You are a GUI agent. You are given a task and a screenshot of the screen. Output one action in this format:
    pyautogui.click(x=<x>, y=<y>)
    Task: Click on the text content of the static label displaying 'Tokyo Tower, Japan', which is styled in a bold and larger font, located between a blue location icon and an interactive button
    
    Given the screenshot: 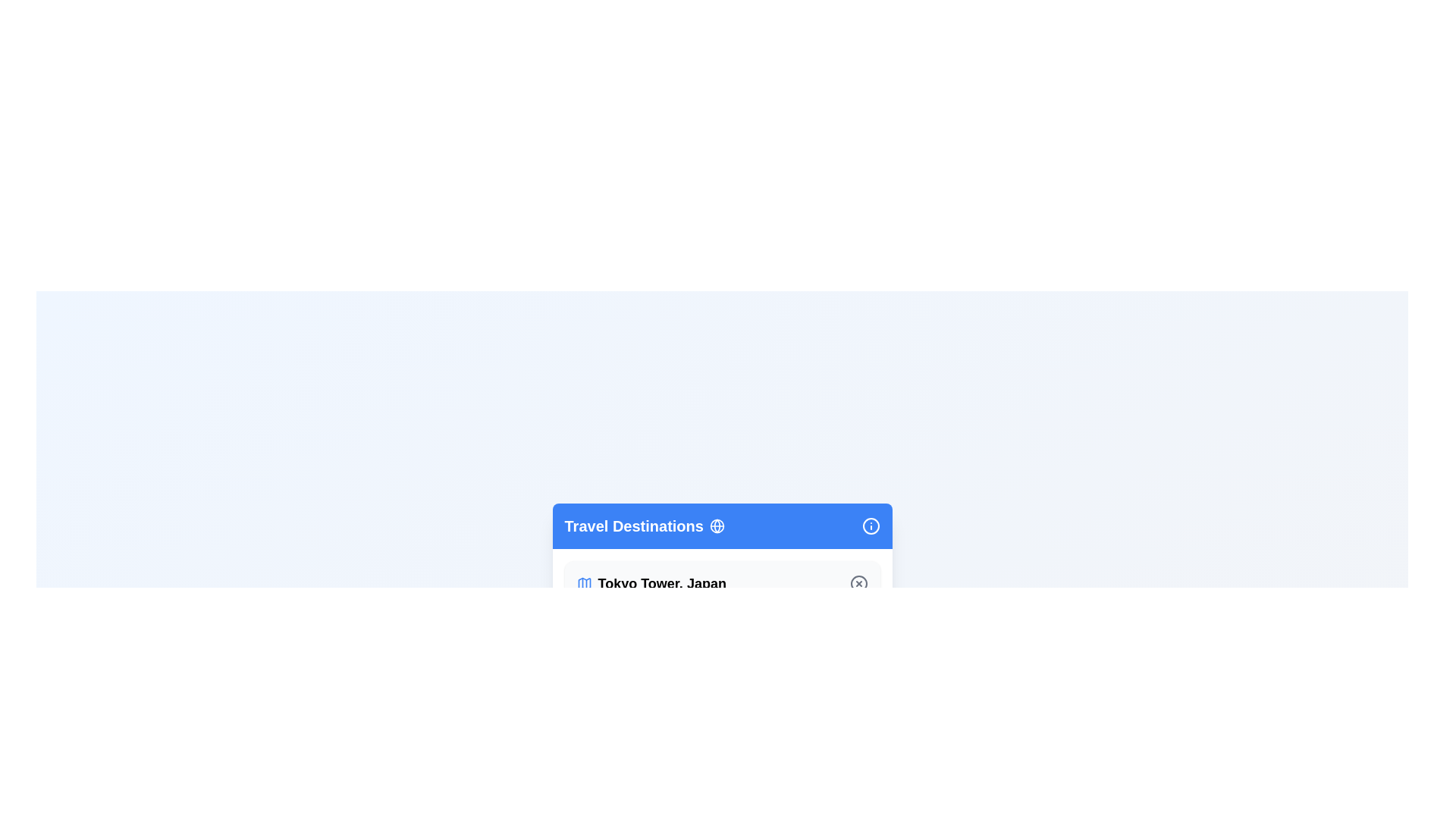 What is the action you would take?
    pyautogui.click(x=662, y=583)
    